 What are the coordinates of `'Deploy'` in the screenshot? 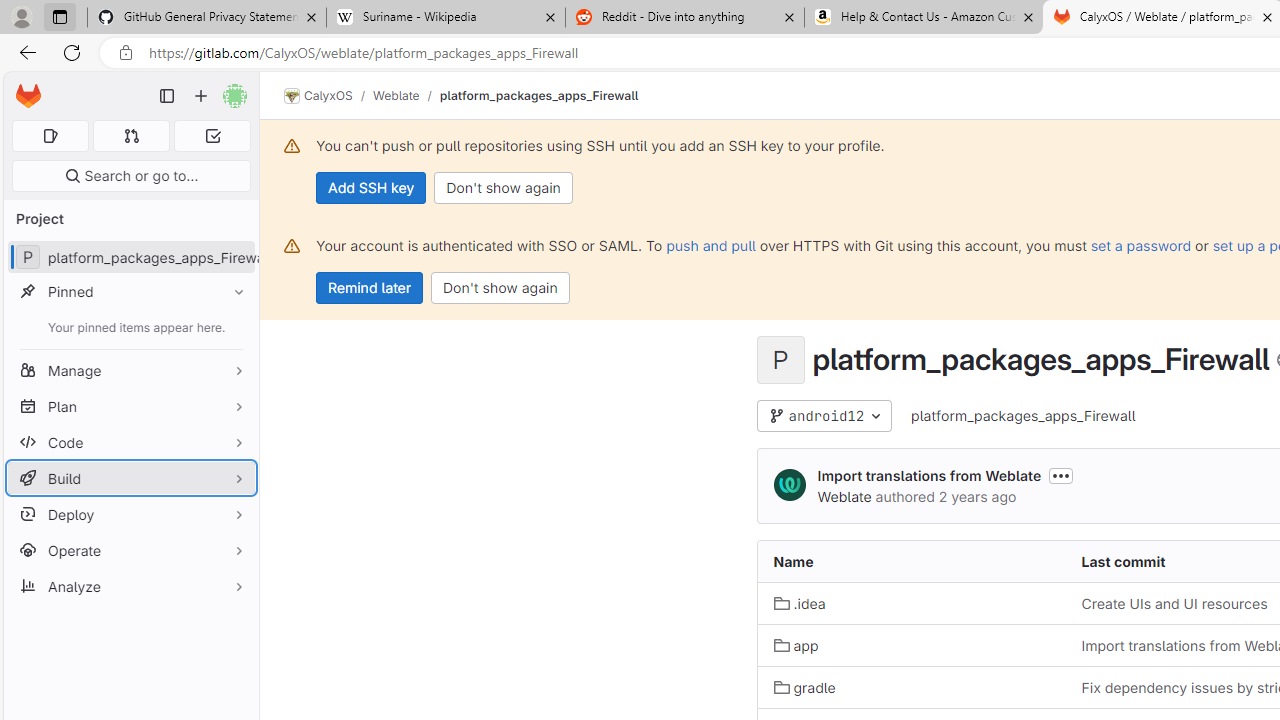 It's located at (130, 513).